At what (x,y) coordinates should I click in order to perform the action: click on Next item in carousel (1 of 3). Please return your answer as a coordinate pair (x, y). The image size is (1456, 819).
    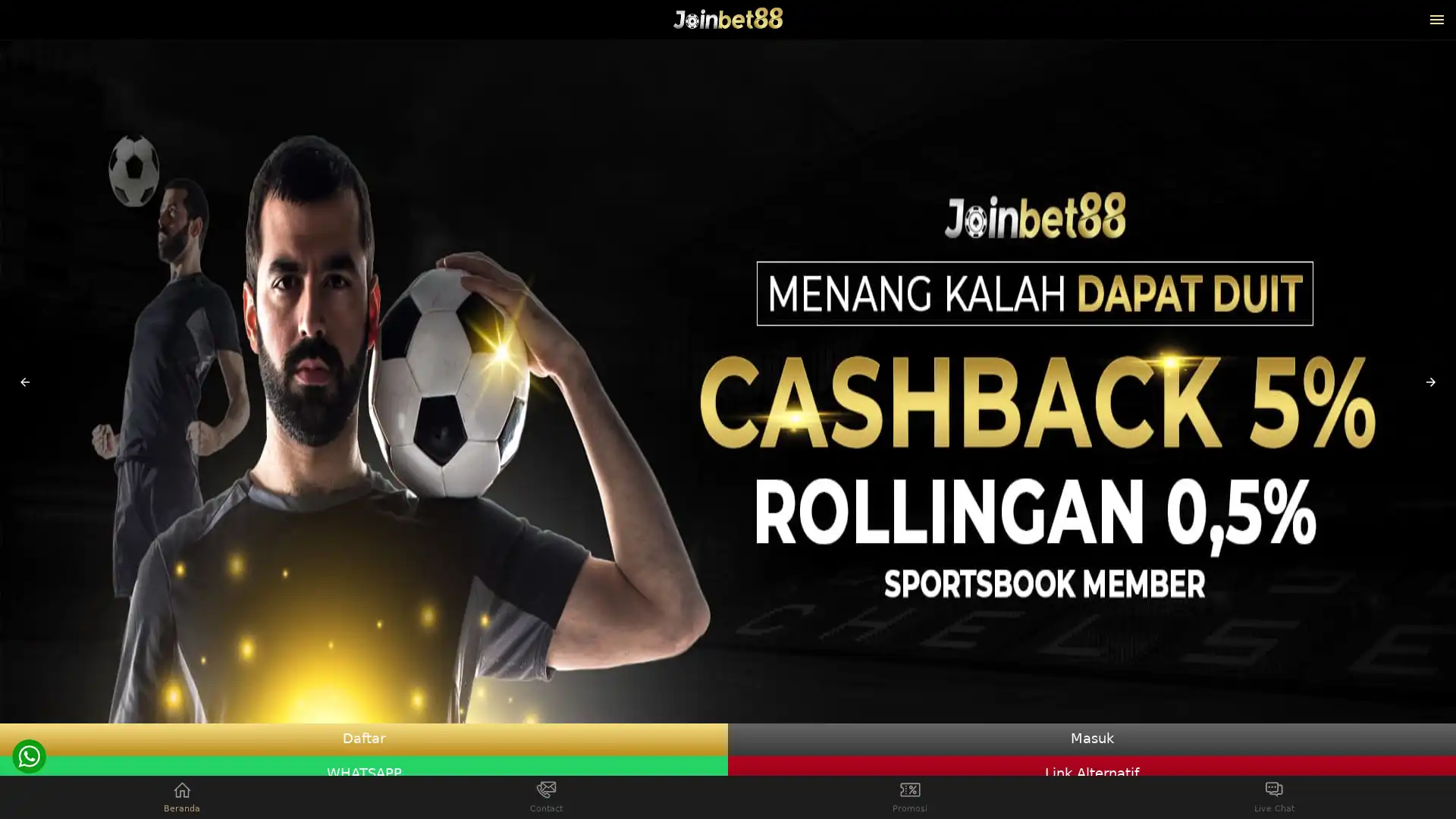
    Looking at the image, I should click on (1429, 381).